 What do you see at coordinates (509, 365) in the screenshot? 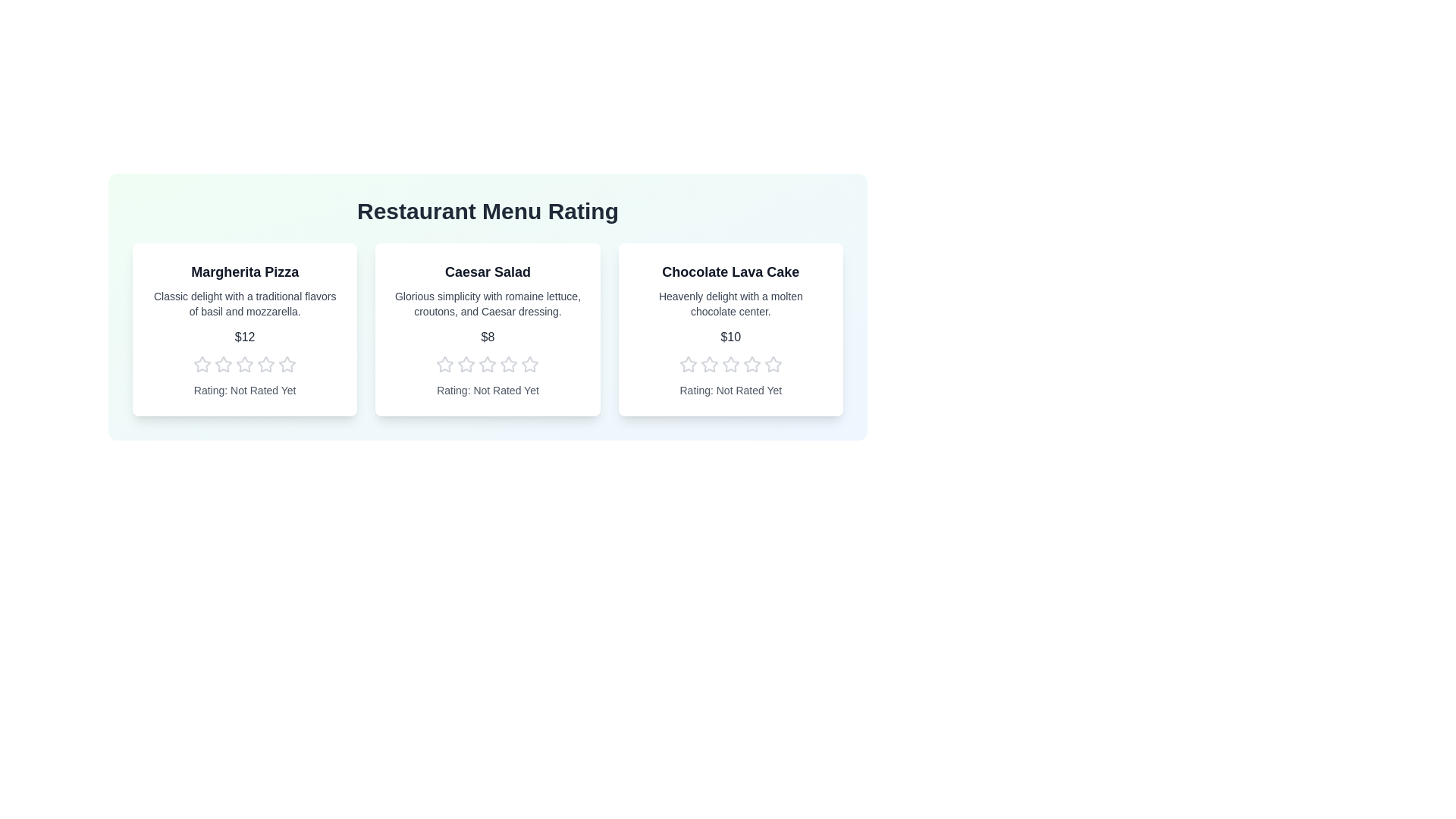
I see `the star corresponding to the desired rating 4 for the menu item Caesar Salad` at bounding box center [509, 365].